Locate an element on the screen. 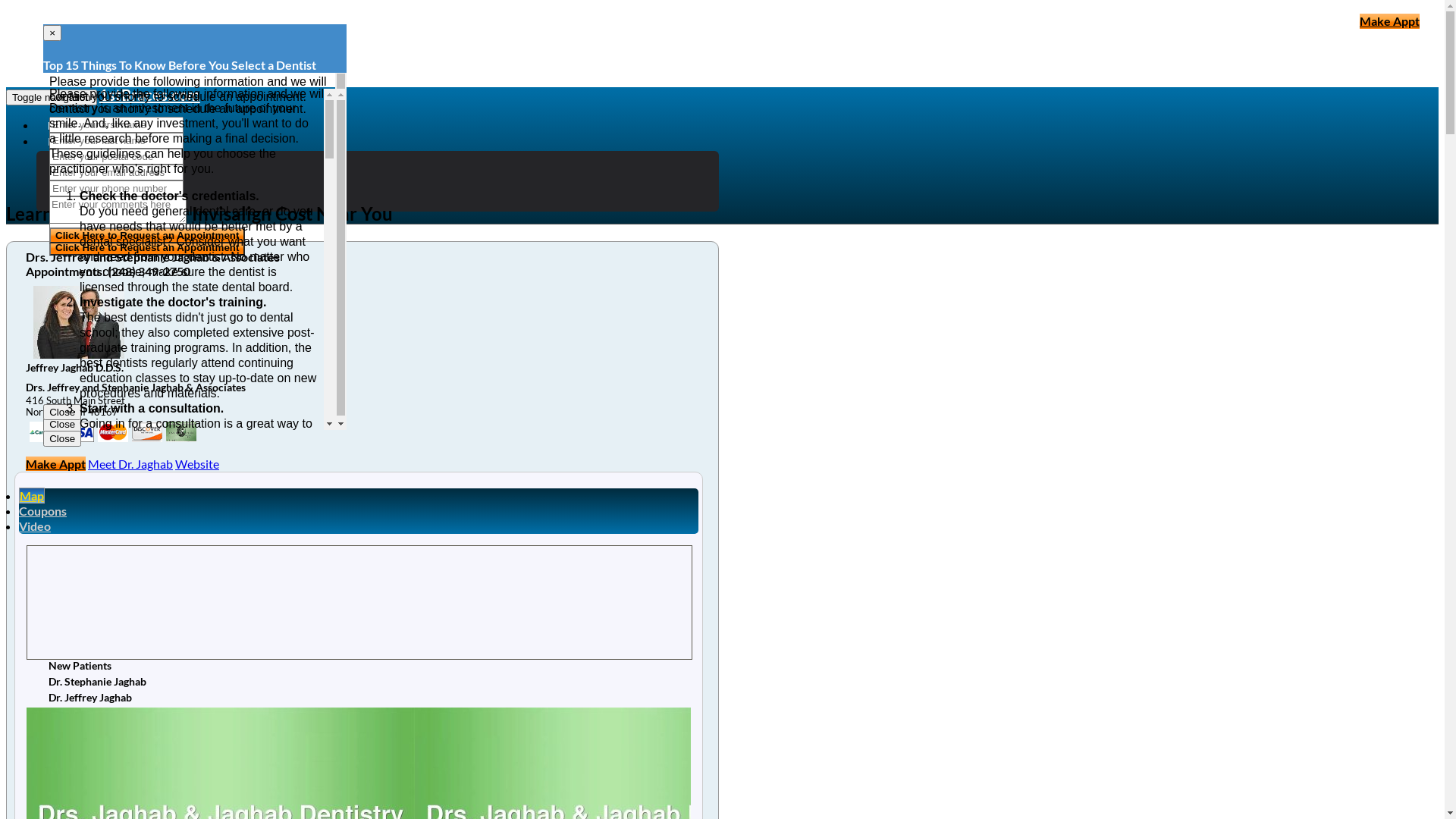  'Video' is located at coordinates (35, 525).